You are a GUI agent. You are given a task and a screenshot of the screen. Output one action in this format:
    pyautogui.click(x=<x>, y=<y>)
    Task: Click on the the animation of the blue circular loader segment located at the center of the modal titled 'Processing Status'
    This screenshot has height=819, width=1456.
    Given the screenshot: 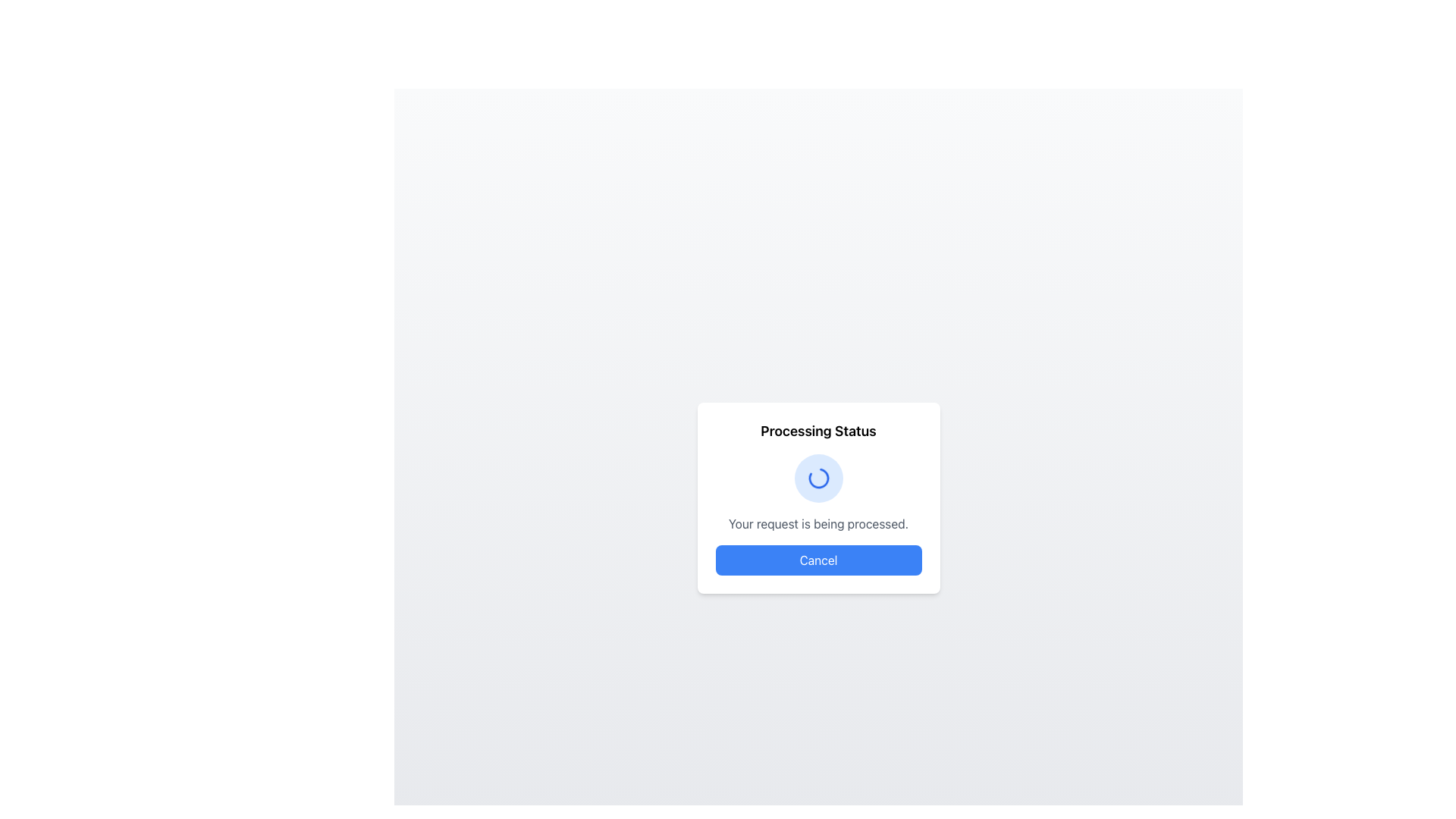 What is the action you would take?
    pyautogui.click(x=817, y=479)
    